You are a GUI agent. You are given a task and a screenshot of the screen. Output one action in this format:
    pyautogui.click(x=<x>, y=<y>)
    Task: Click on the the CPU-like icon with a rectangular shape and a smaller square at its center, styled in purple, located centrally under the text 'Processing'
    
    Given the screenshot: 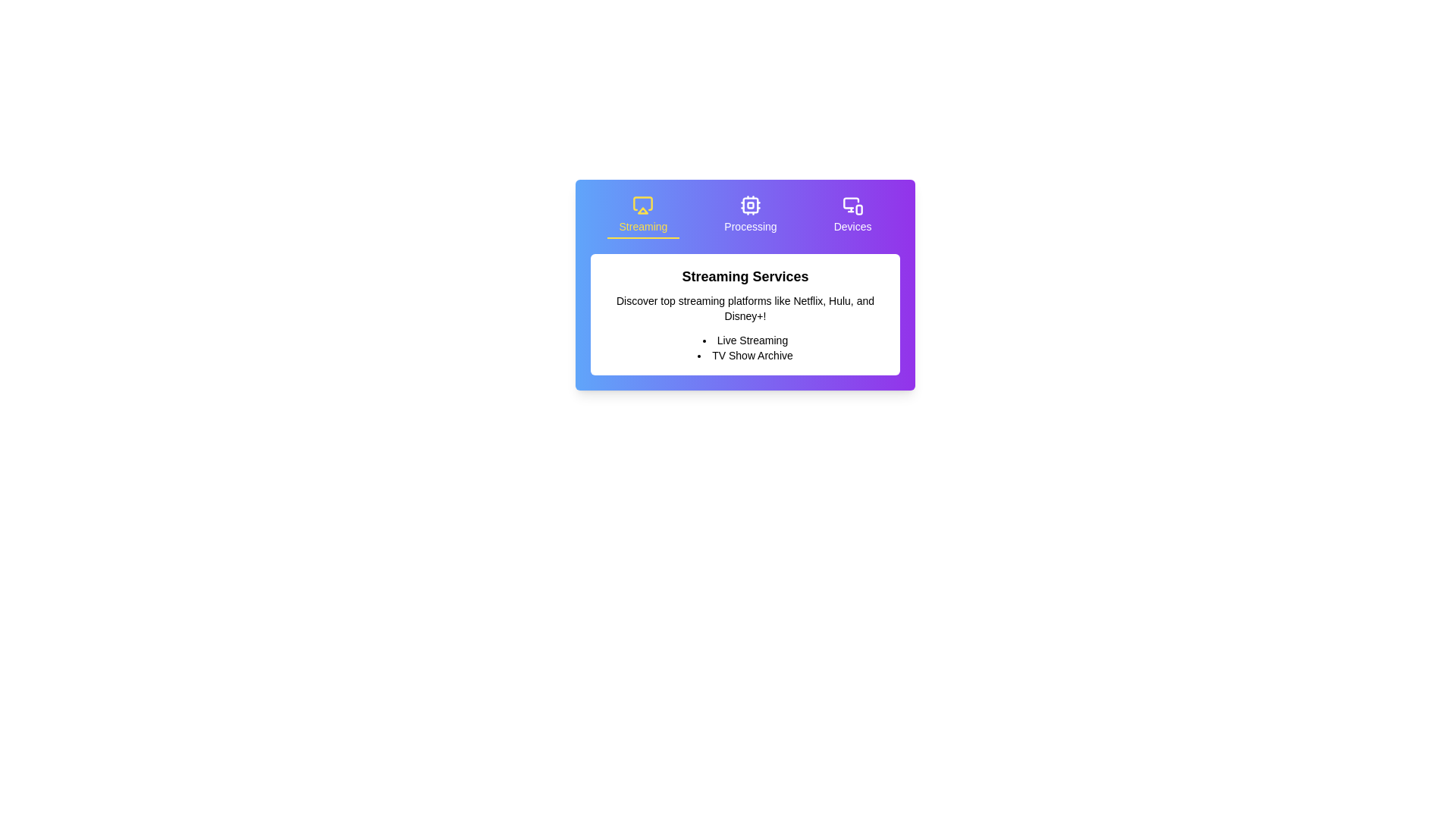 What is the action you would take?
    pyautogui.click(x=750, y=205)
    